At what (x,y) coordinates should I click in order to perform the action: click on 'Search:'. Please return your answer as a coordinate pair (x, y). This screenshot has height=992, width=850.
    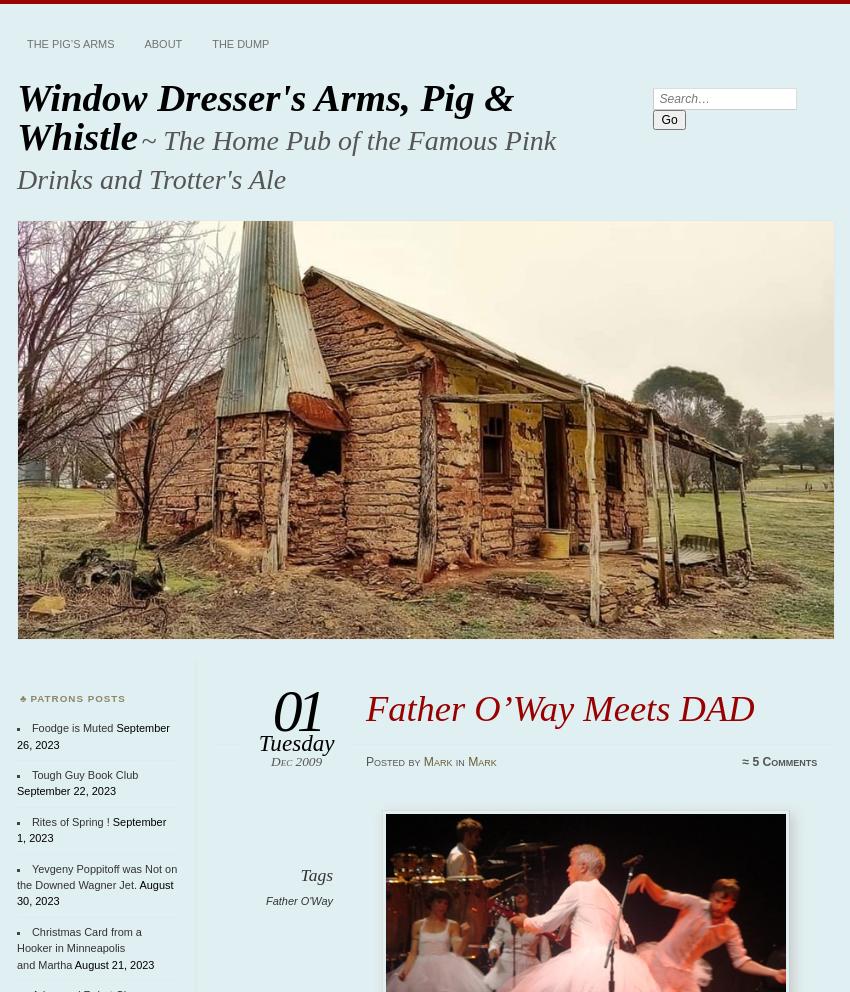
    Looking at the image, I should click on (673, 94).